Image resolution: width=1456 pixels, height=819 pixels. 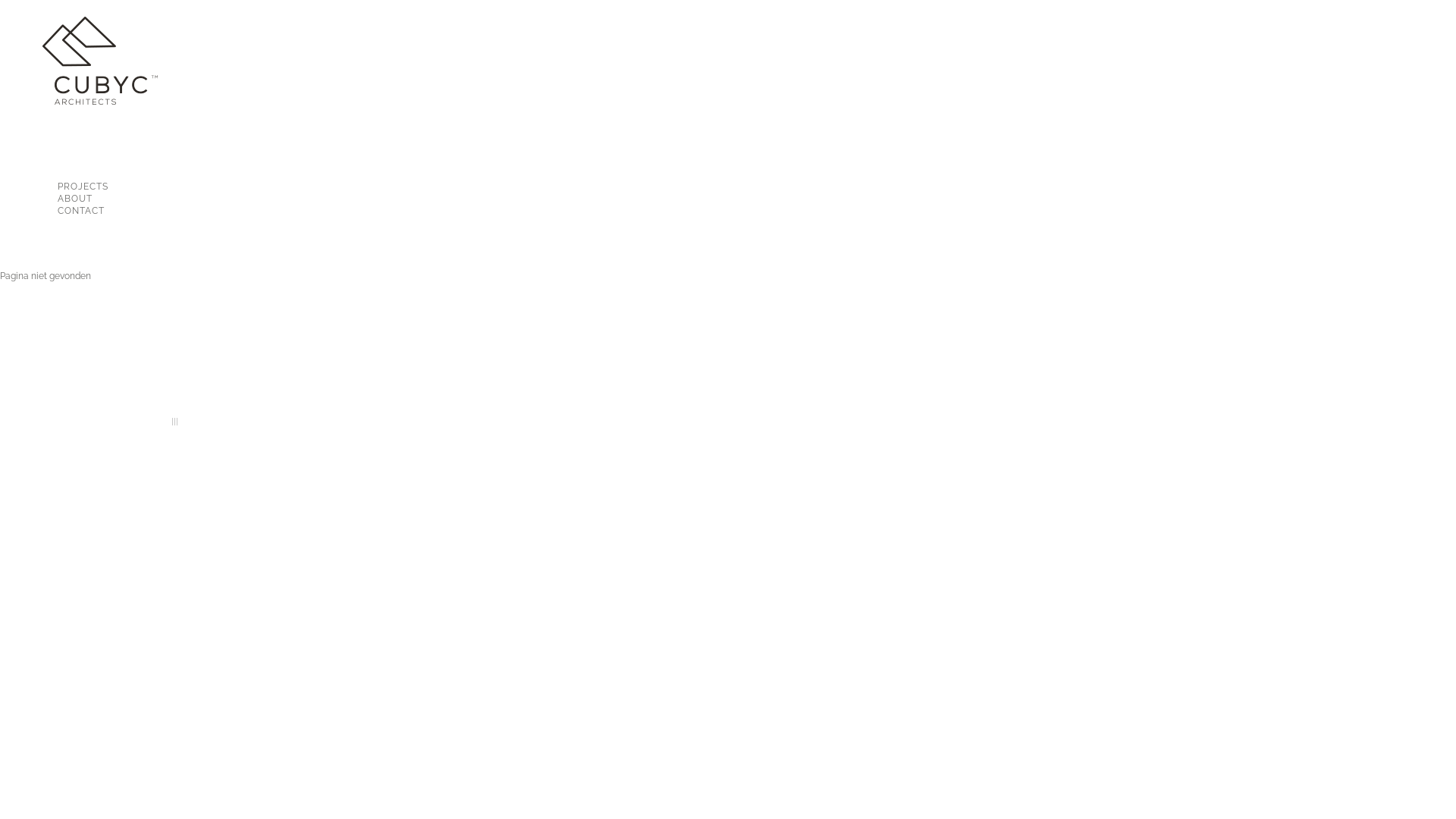 I want to click on 'ABOUT', so click(x=11, y=198).